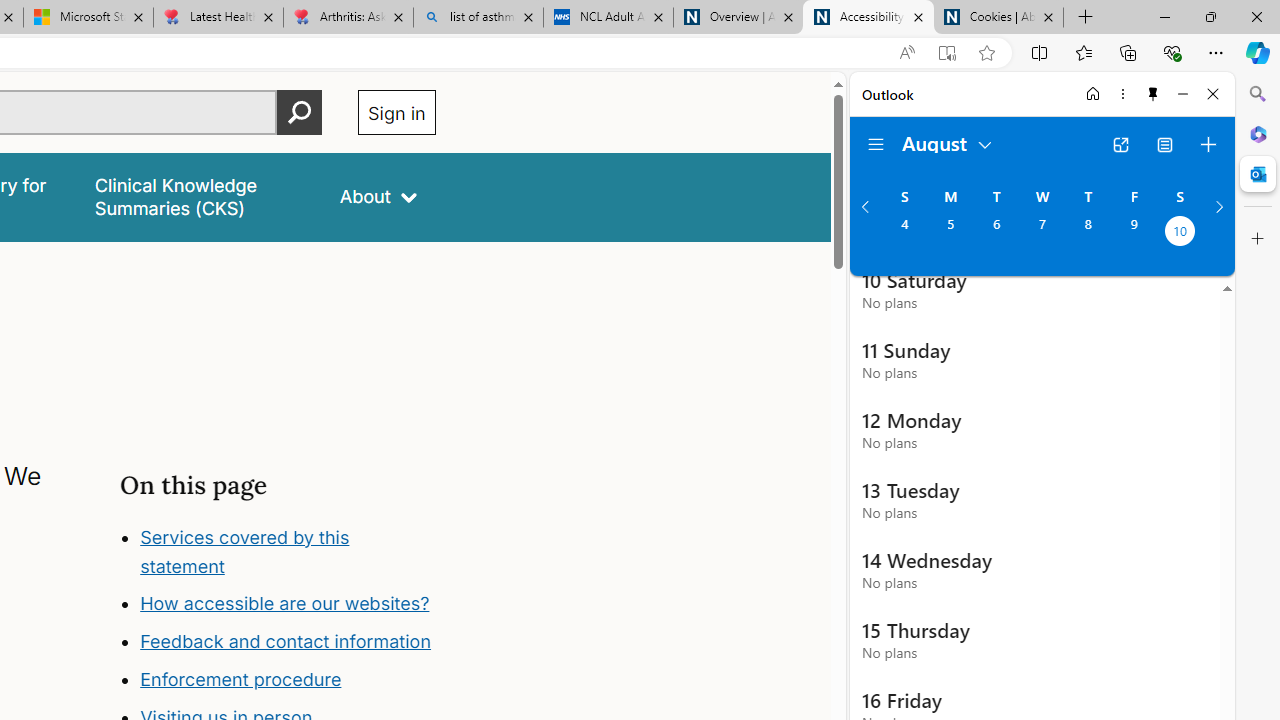 The height and width of the screenshot is (720, 1280). Describe the element at coordinates (283, 603) in the screenshot. I see `'How accessible are our websites?'` at that location.